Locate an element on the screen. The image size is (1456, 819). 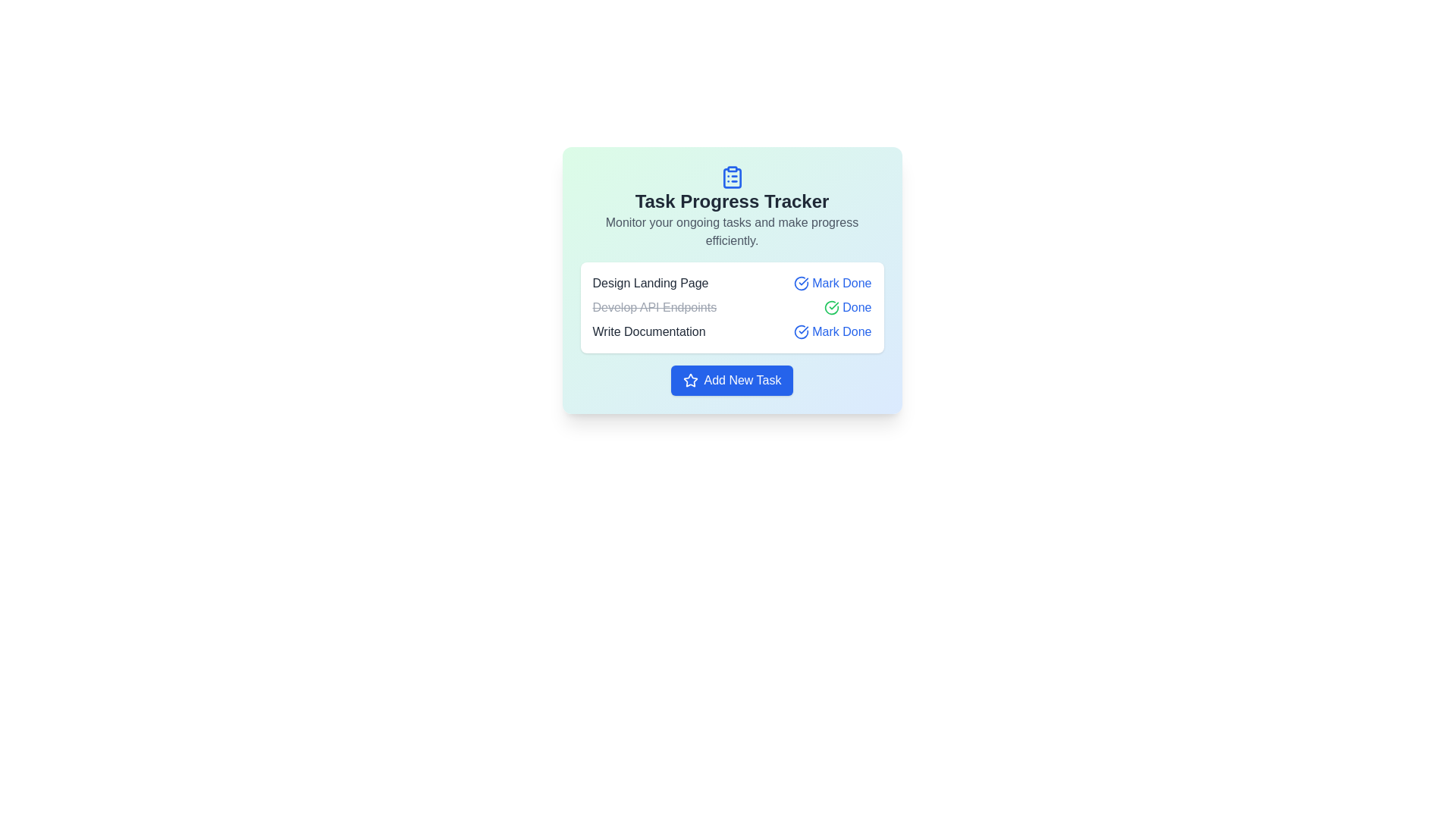
the title and subtitle section of the task tracker interface, which is located at the top-center of the card, directly above the task list and below the logo is located at coordinates (732, 207).